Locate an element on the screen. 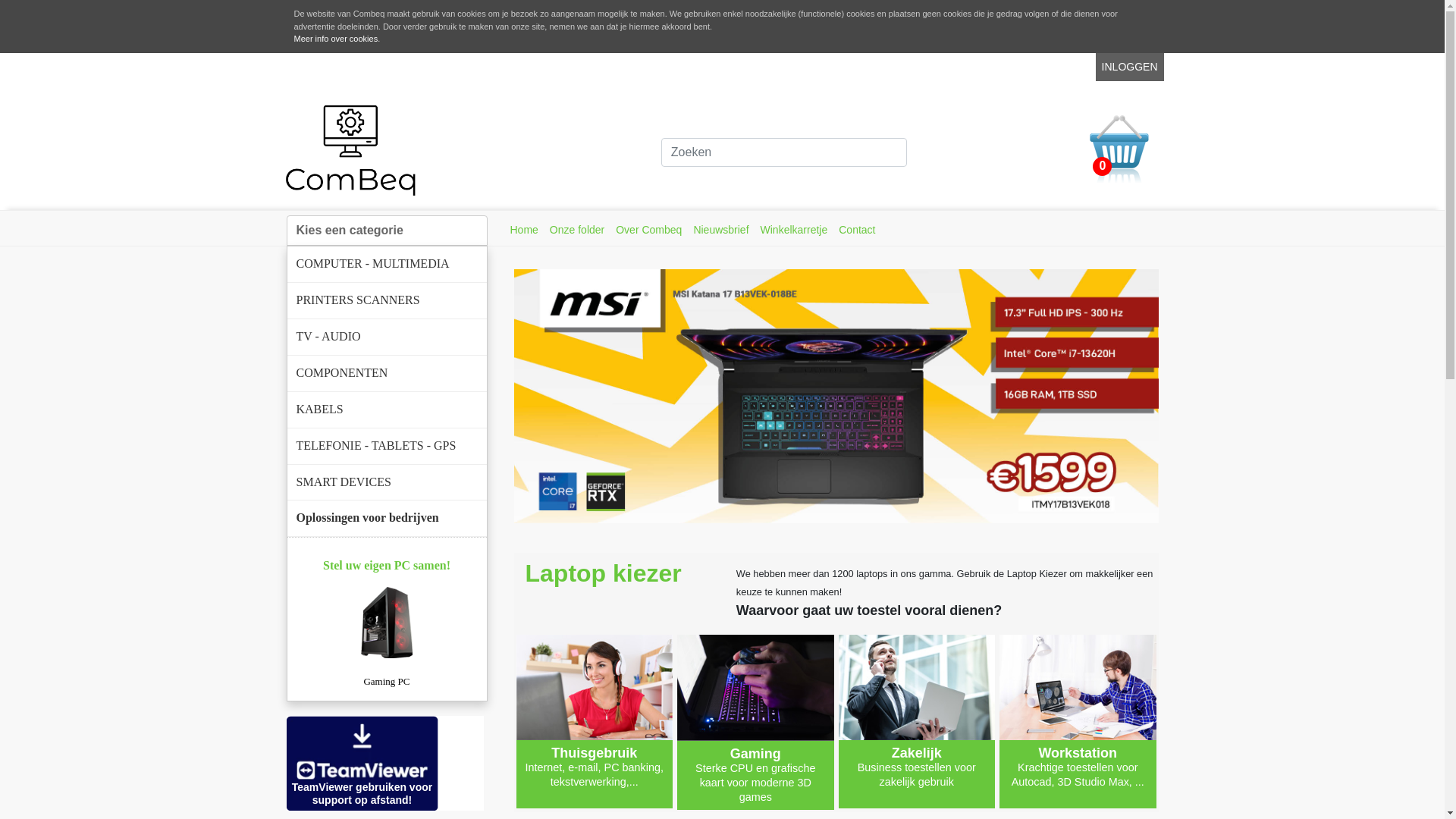 The image size is (1456, 819). 'Meer info over cookies' is located at coordinates (294, 38).